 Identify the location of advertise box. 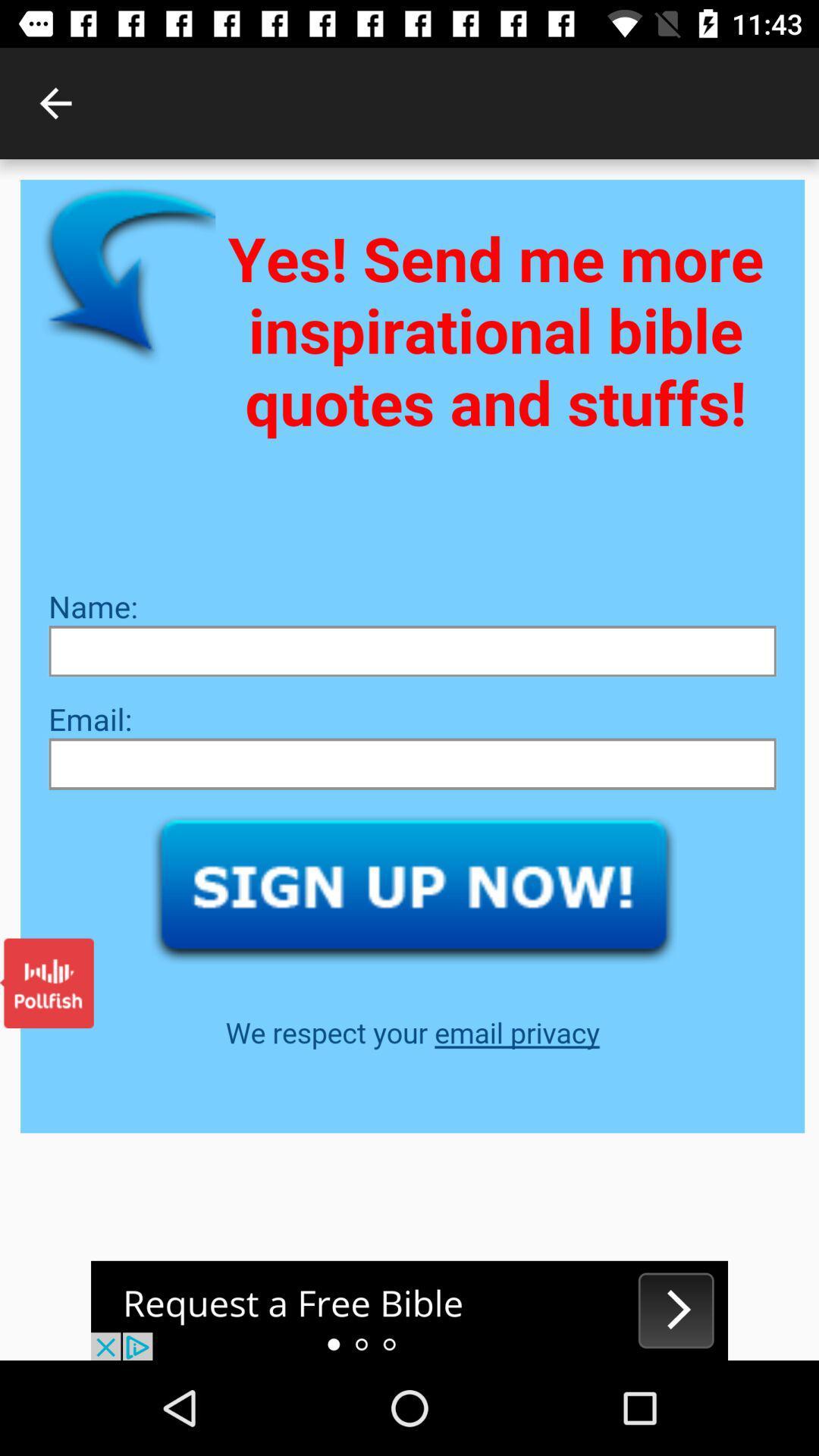
(409, 1310).